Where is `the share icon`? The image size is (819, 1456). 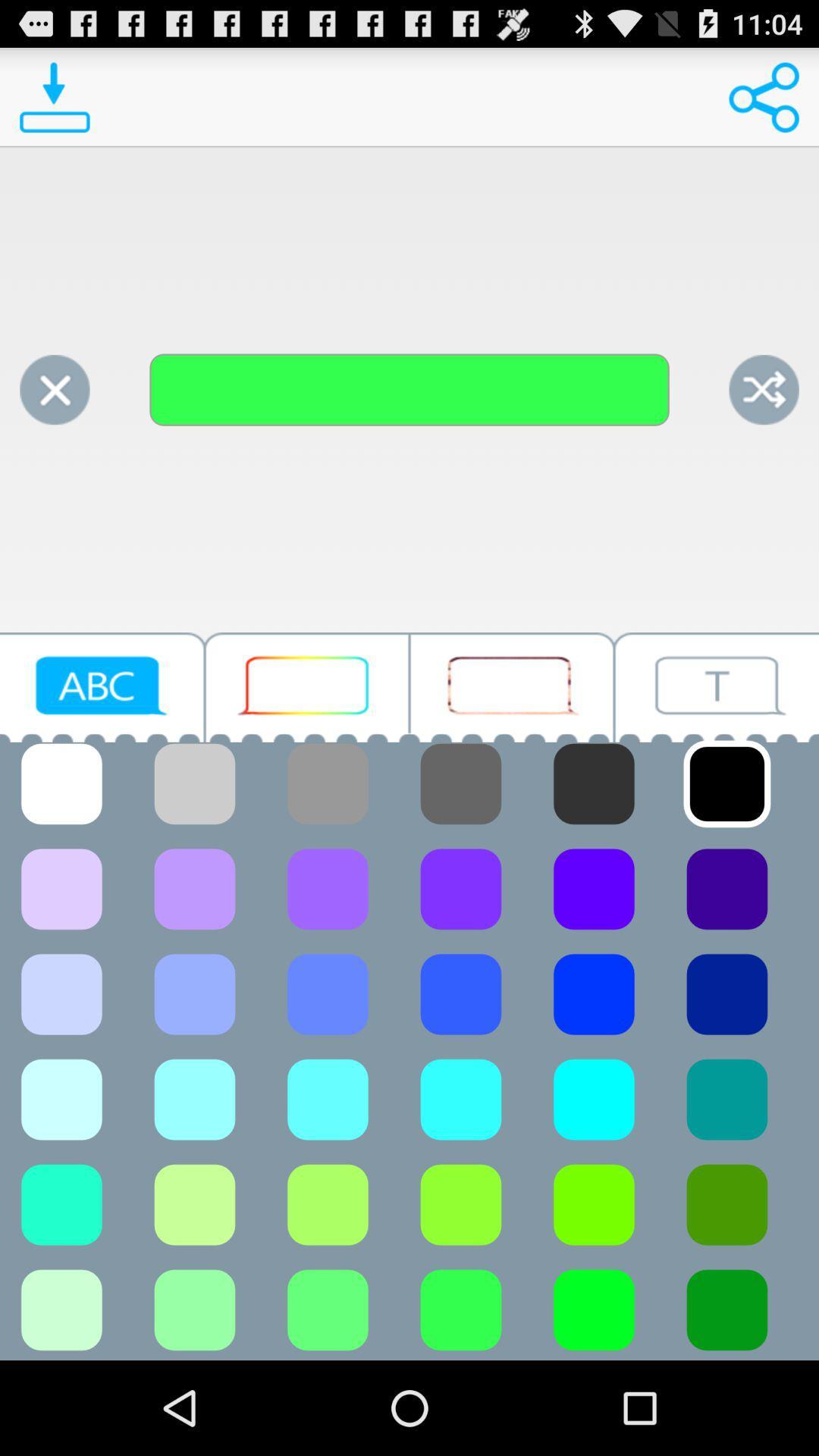
the share icon is located at coordinates (764, 103).